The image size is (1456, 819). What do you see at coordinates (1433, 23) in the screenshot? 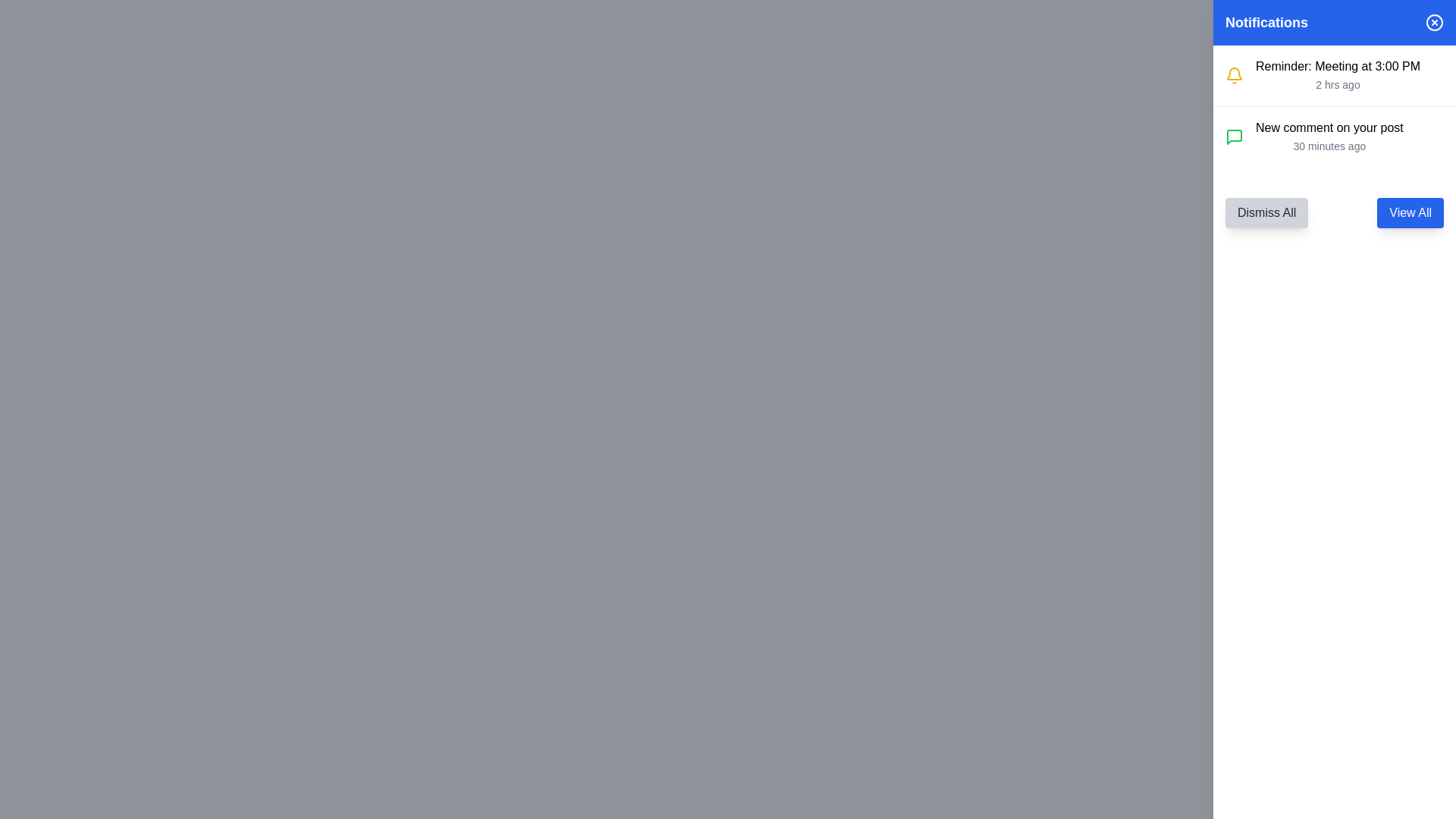
I see `the decorative vector graphic circle located at the top-right corner of the notifications panel, which likely serves as a close or dismiss button` at bounding box center [1433, 23].